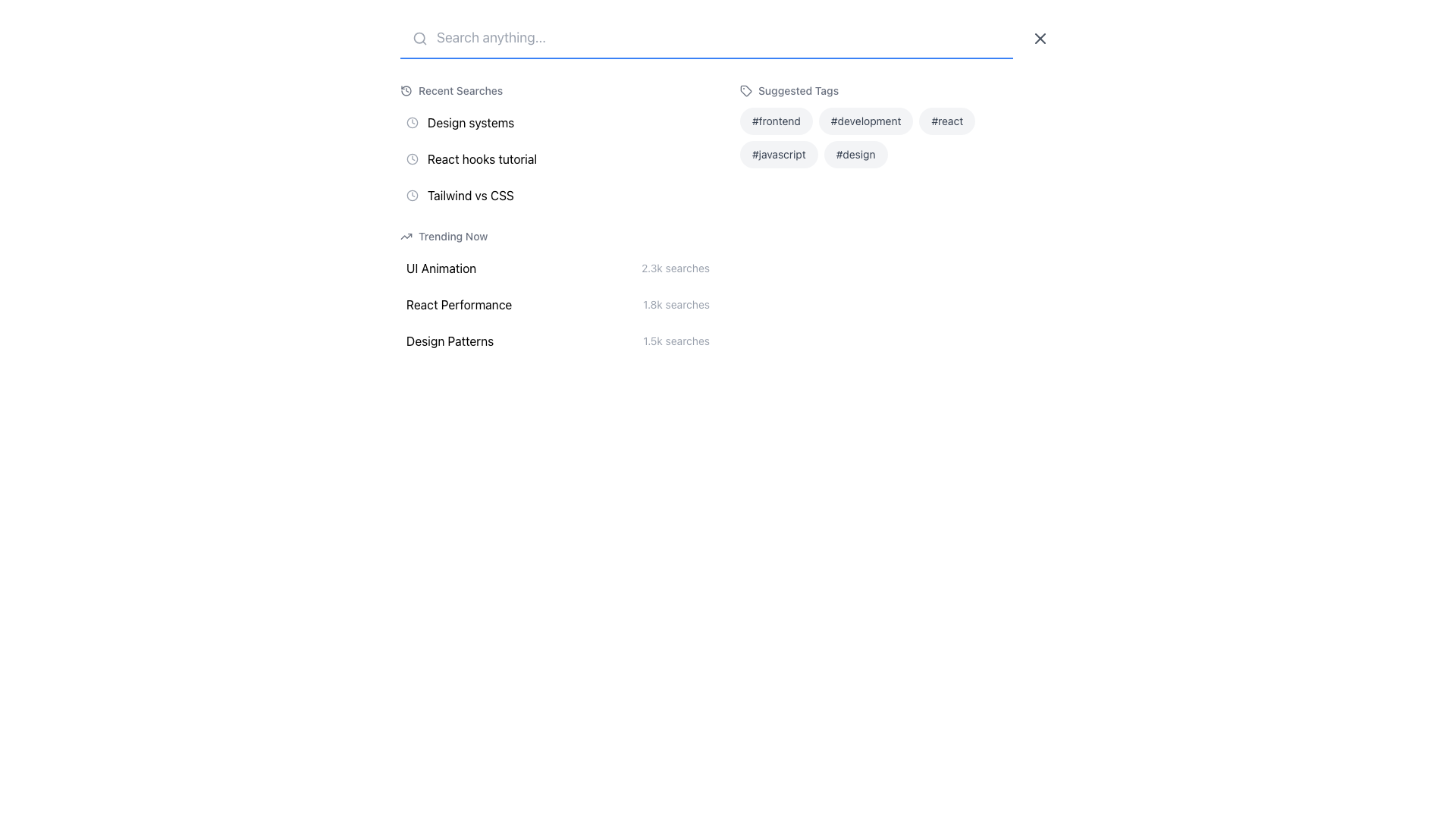  What do you see at coordinates (1040, 37) in the screenshot?
I see `the small, round button with a centered gray 'X' icon located at the top-right corner of the interface` at bounding box center [1040, 37].